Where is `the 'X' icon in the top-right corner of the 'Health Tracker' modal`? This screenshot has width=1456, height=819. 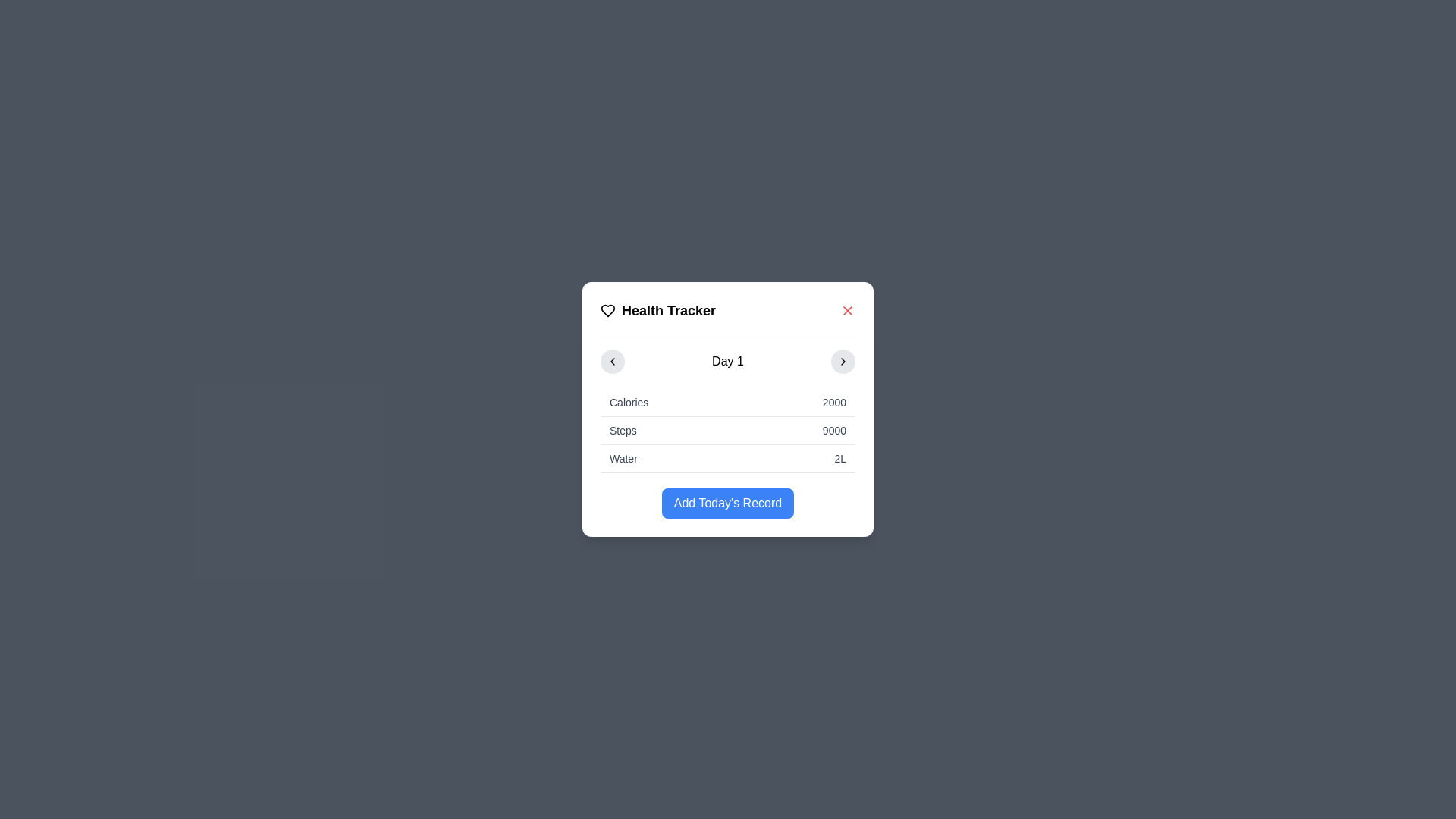
the 'X' icon in the top-right corner of the 'Health Tracker' modal is located at coordinates (847, 309).